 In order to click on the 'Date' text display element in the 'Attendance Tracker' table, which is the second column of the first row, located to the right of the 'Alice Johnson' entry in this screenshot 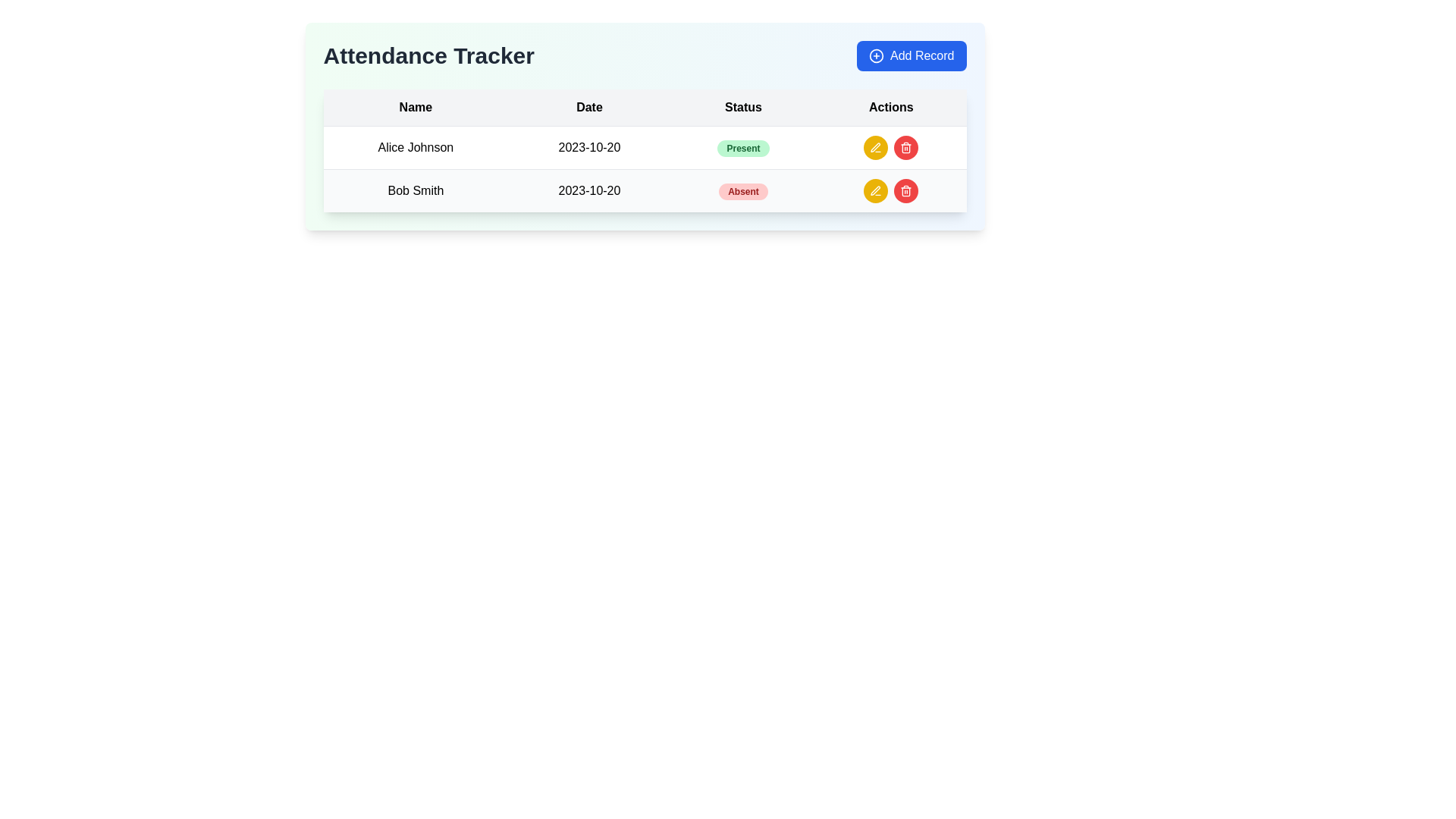, I will do `click(588, 148)`.